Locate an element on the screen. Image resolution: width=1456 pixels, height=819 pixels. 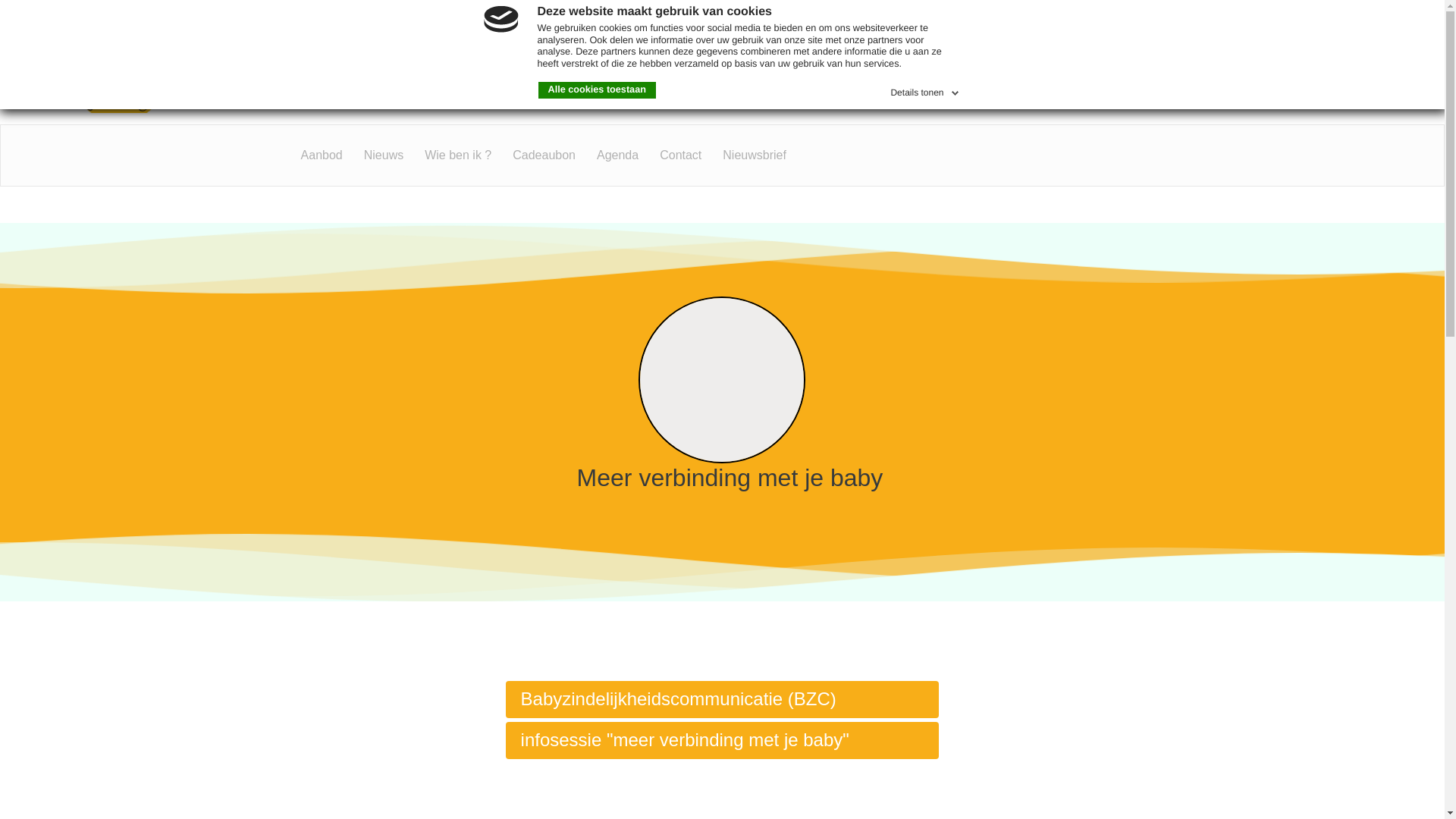
'Details tonen' is located at coordinates (890, 90).